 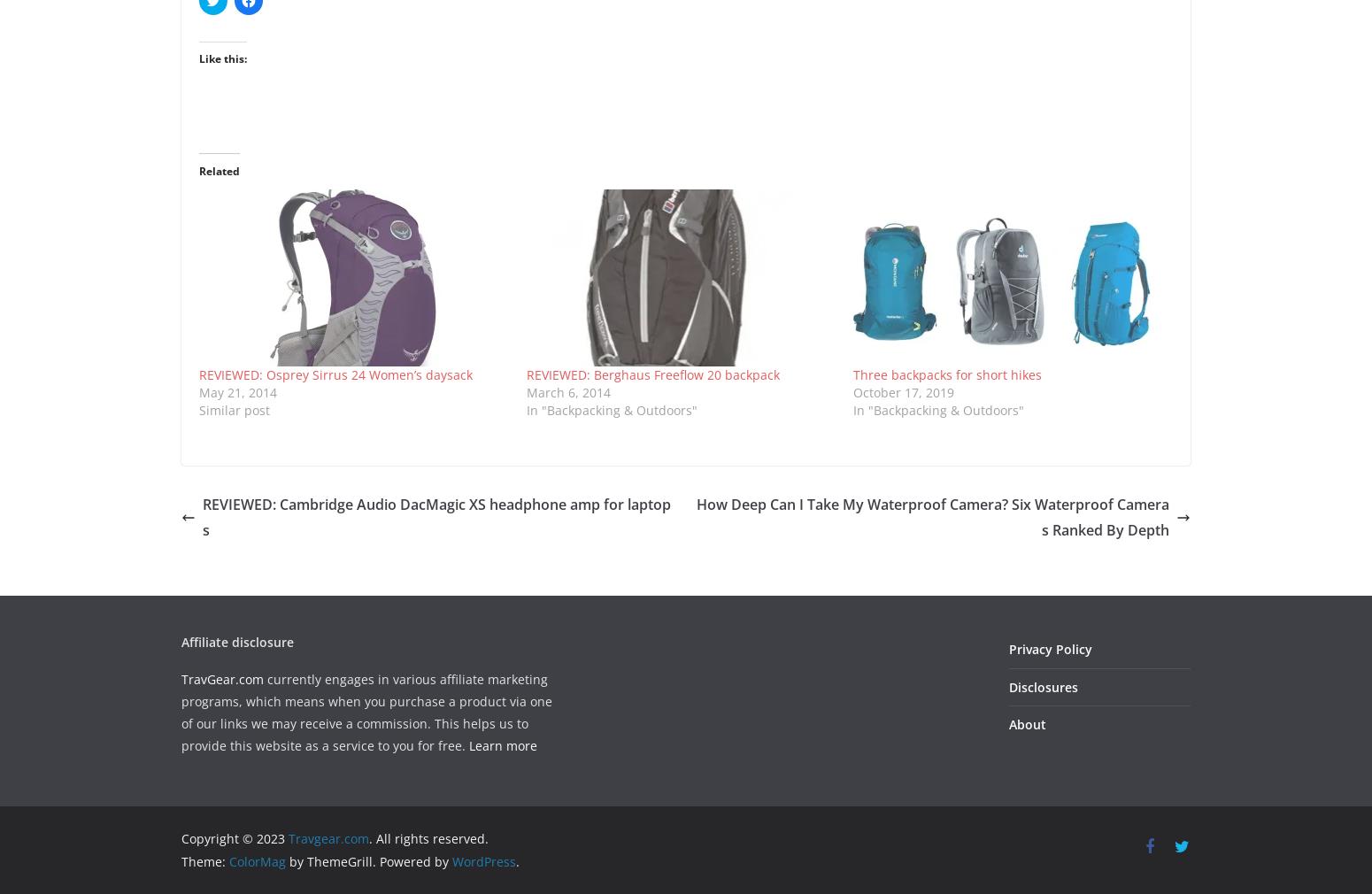 What do you see at coordinates (223, 58) in the screenshot?
I see `'Like this:'` at bounding box center [223, 58].